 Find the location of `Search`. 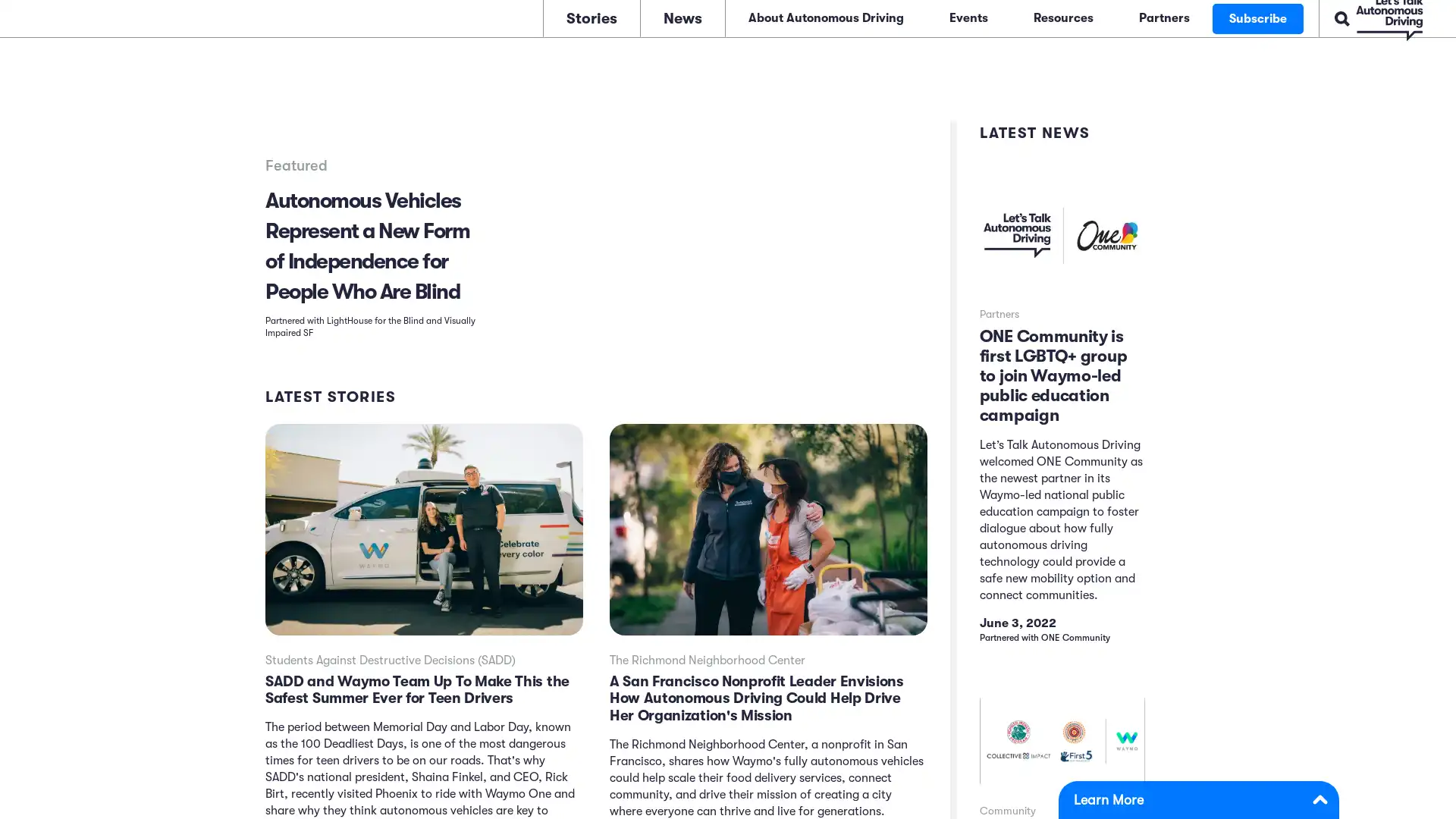

Search is located at coordinates (1292, 17).